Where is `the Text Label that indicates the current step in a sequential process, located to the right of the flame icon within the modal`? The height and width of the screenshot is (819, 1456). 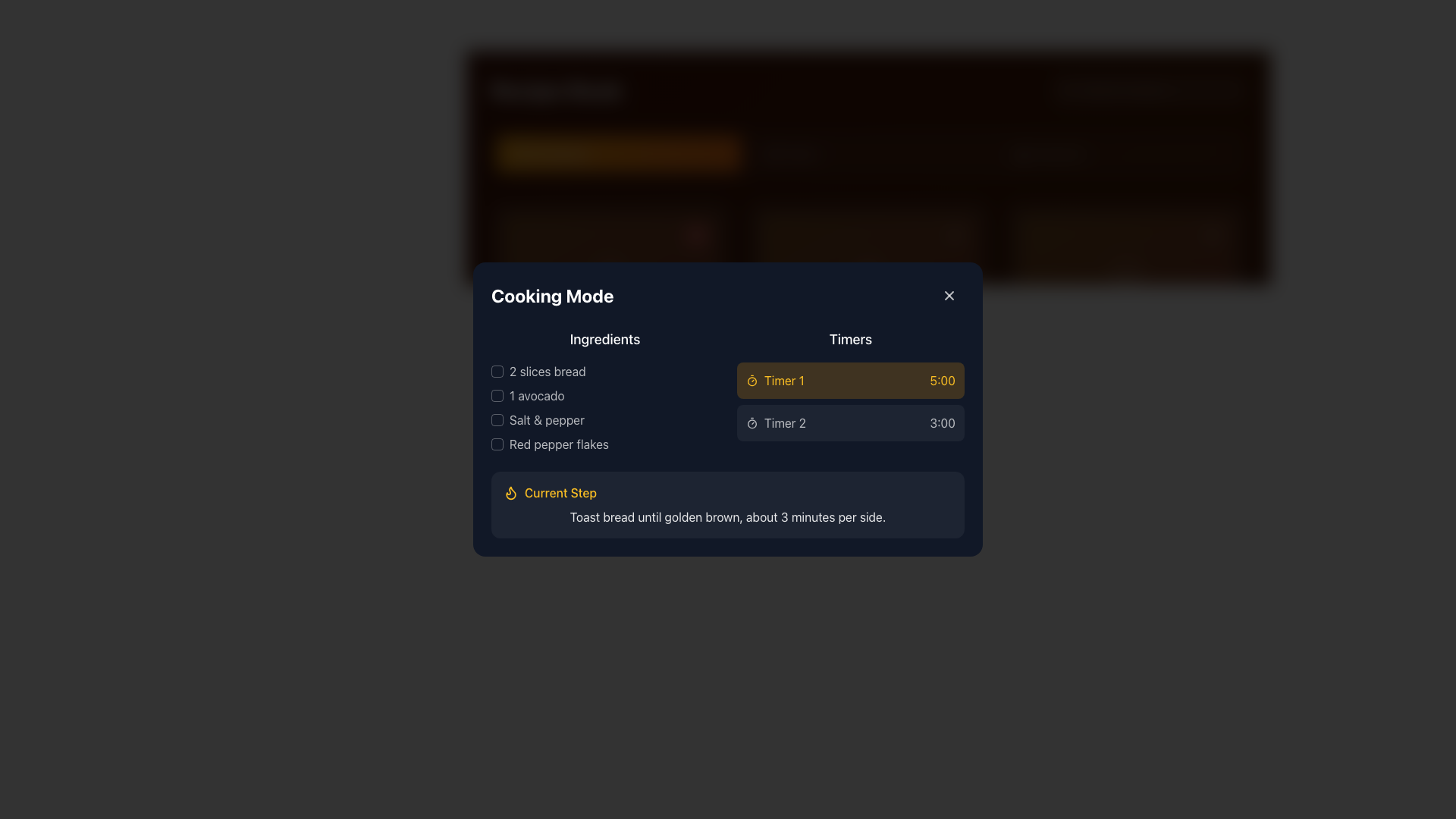
the Text Label that indicates the current step in a sequential process, located to the right of the flame icon within the modal is located at coordinates (560, 493).